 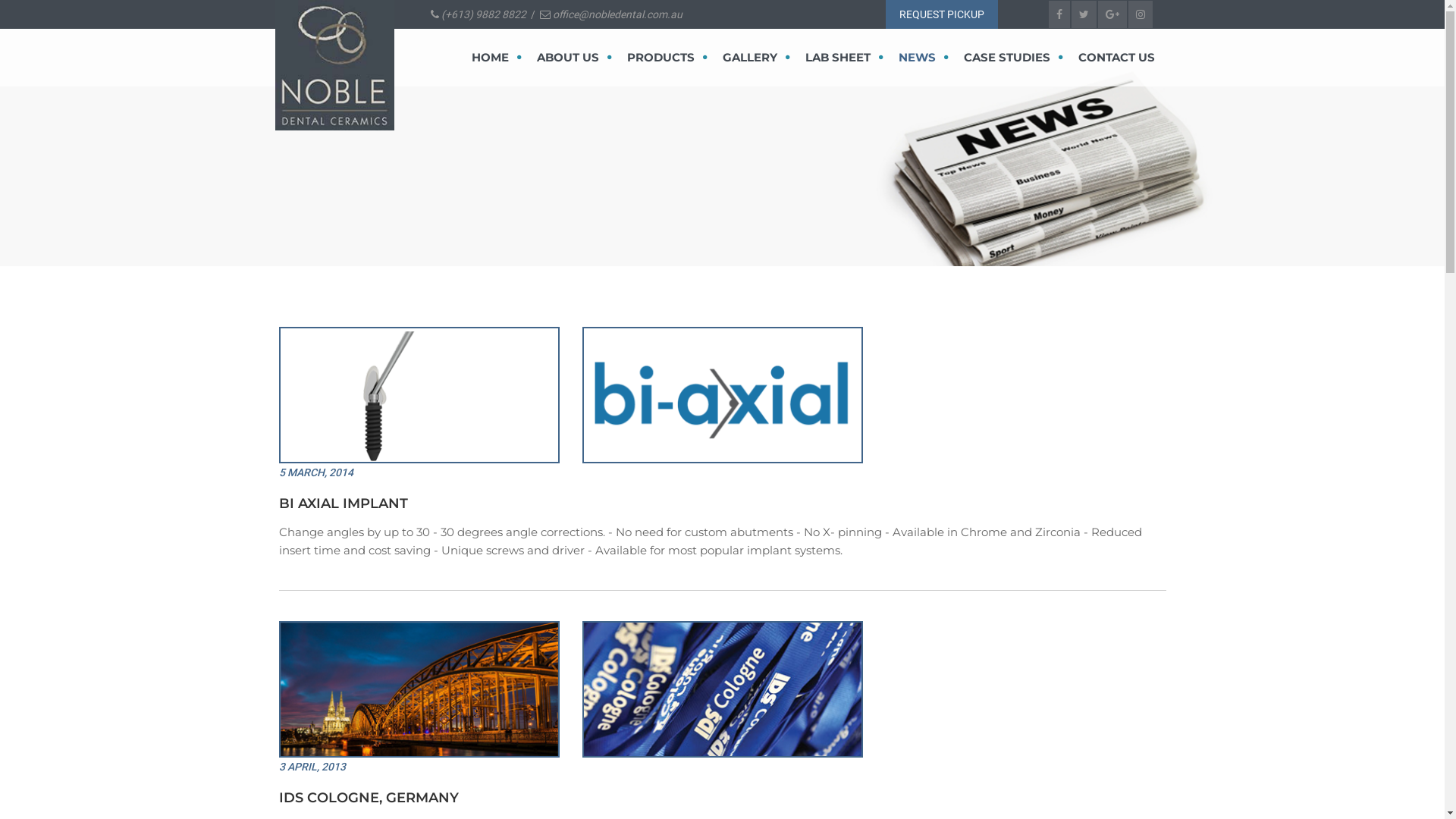 I want to click on 'PRODUCTS', so click(x=619, y=57).